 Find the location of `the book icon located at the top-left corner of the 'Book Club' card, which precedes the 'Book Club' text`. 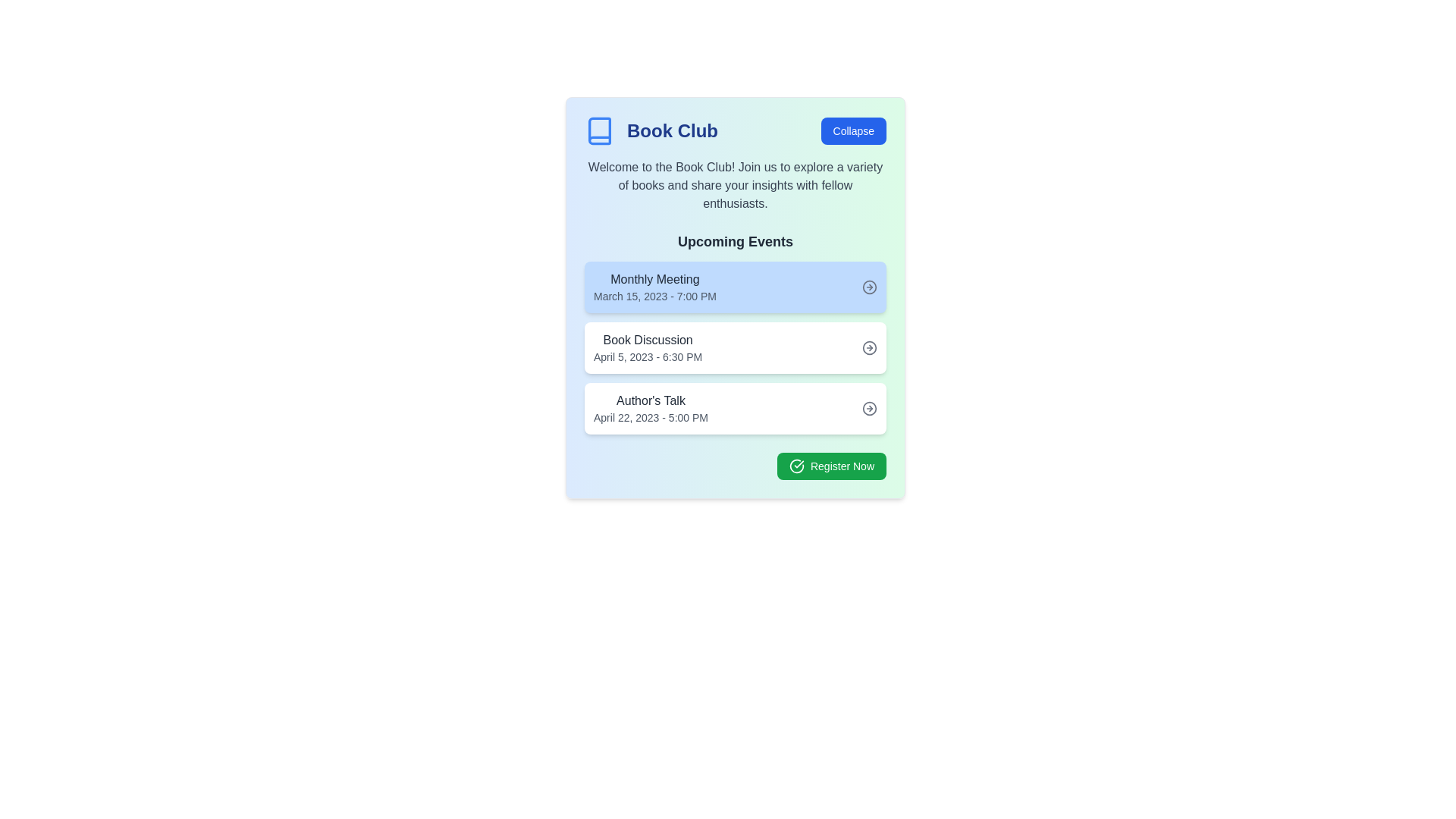

the book icon located at the top-left corner of the 'Book Club' card, which precedes the 'Book Club' text is located at coordinates (599, 130).